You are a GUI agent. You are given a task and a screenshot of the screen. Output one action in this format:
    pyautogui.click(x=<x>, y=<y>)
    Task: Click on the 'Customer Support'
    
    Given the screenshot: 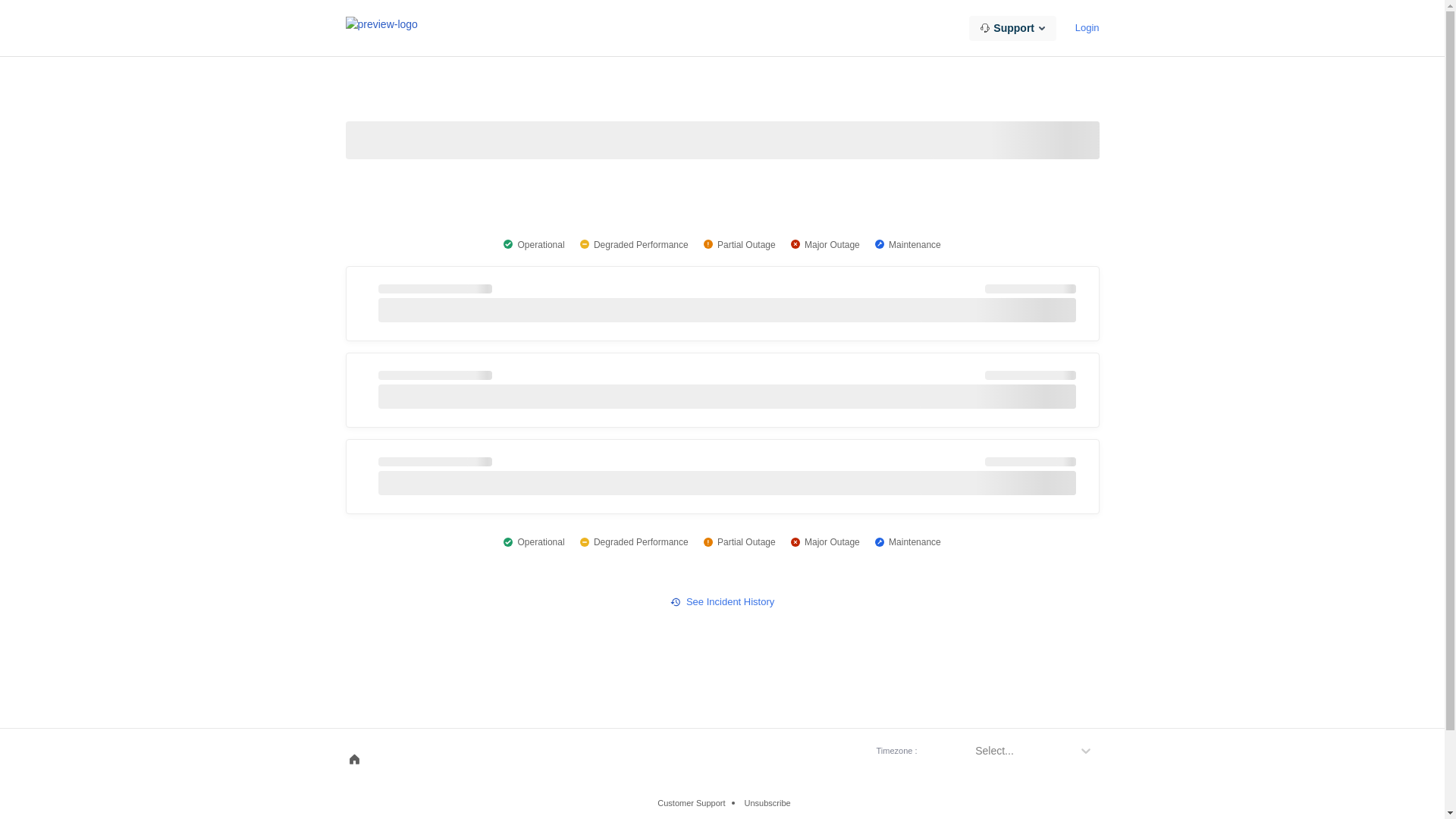 What is the action you would take?
    pyautogui.click(x=654, y=802)
    